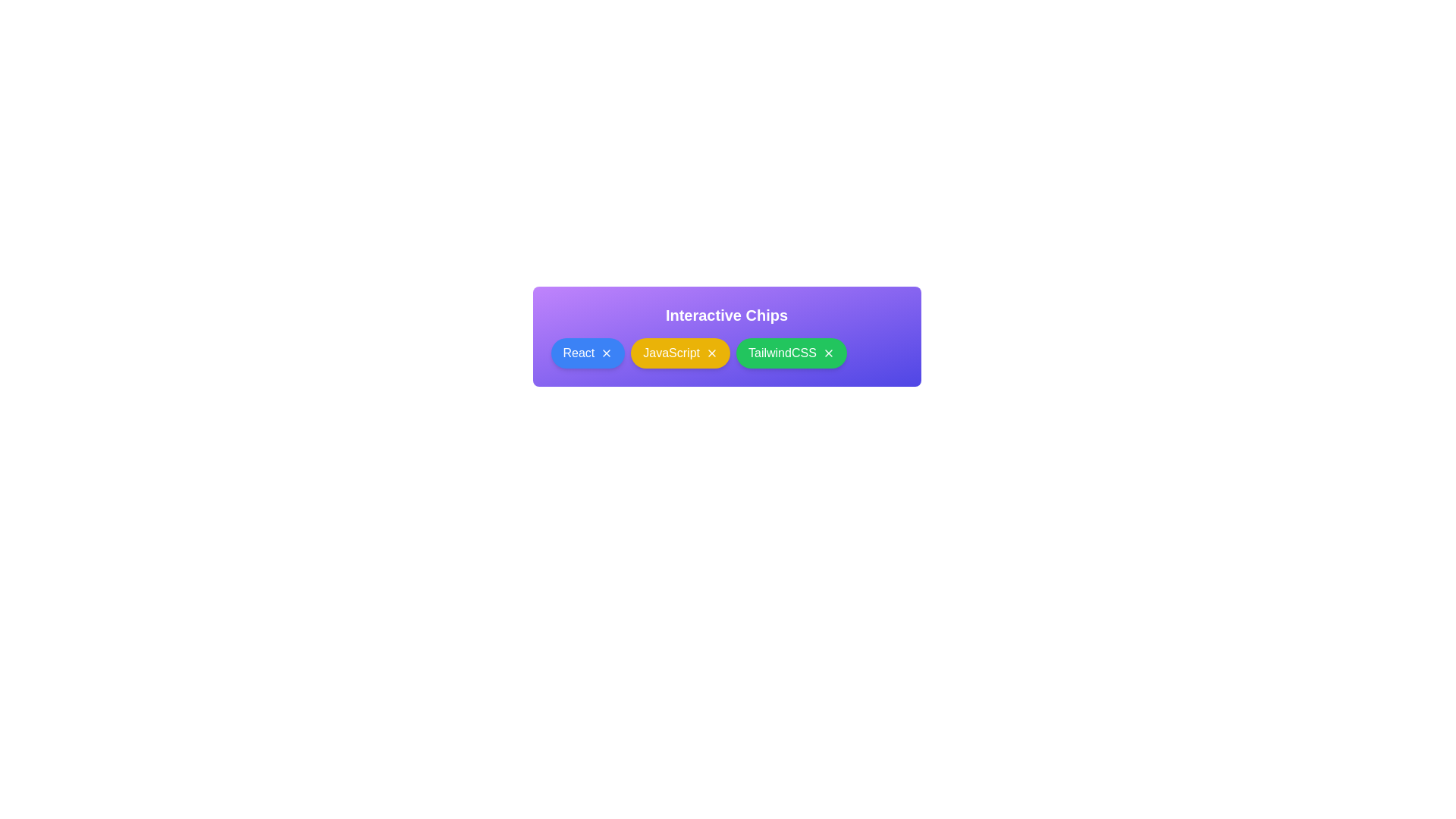 Image resolution: width=1456 pixels, height=819 pixels. What do you see at coordinates (607, 353) in the screenshot?
I see `close button on the chip labeled React` at bounding box center [607, 353].